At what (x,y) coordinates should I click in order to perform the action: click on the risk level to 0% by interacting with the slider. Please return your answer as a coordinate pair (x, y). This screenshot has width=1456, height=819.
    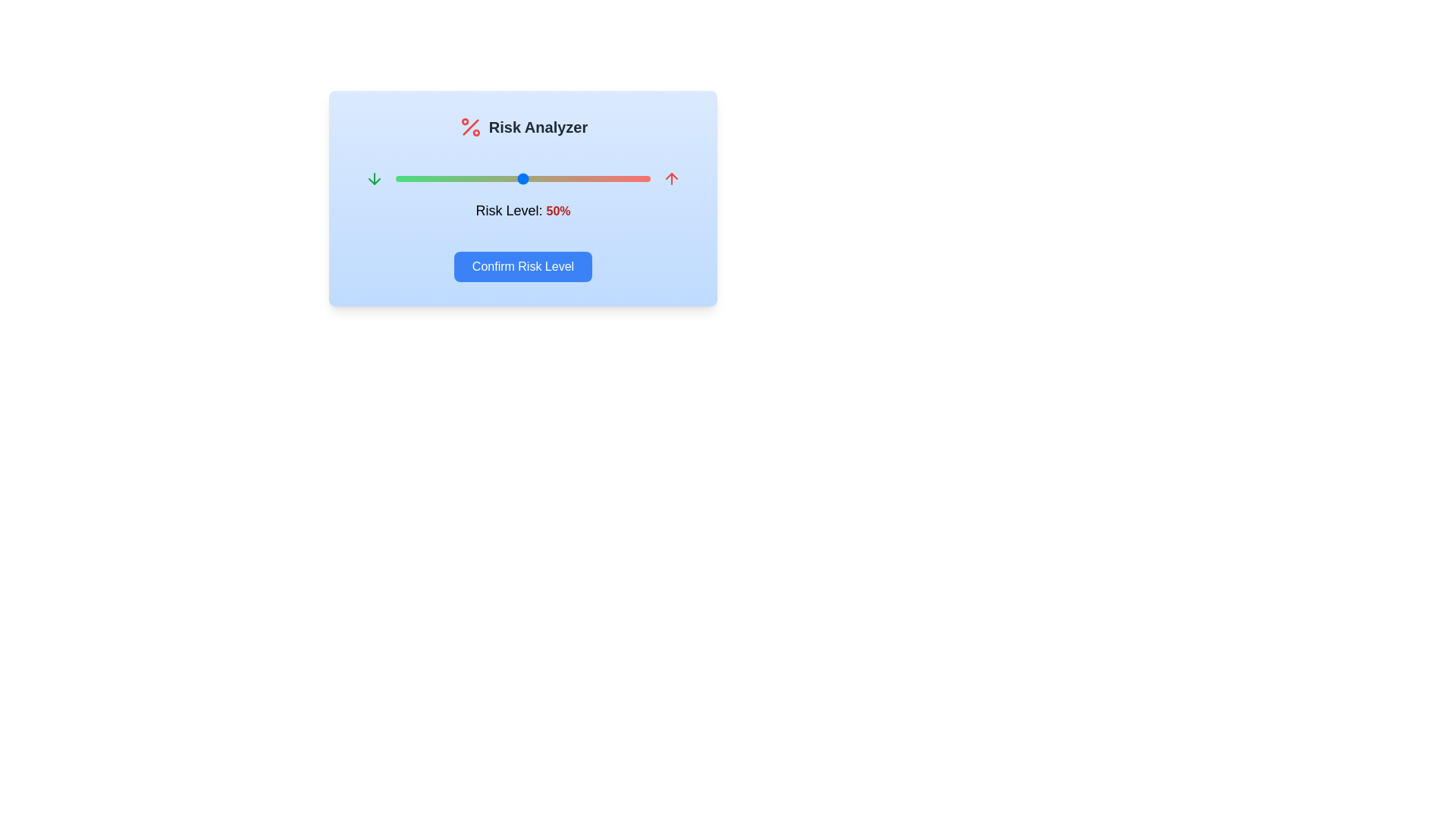
    Looking at the image, I should click on (396, 177).